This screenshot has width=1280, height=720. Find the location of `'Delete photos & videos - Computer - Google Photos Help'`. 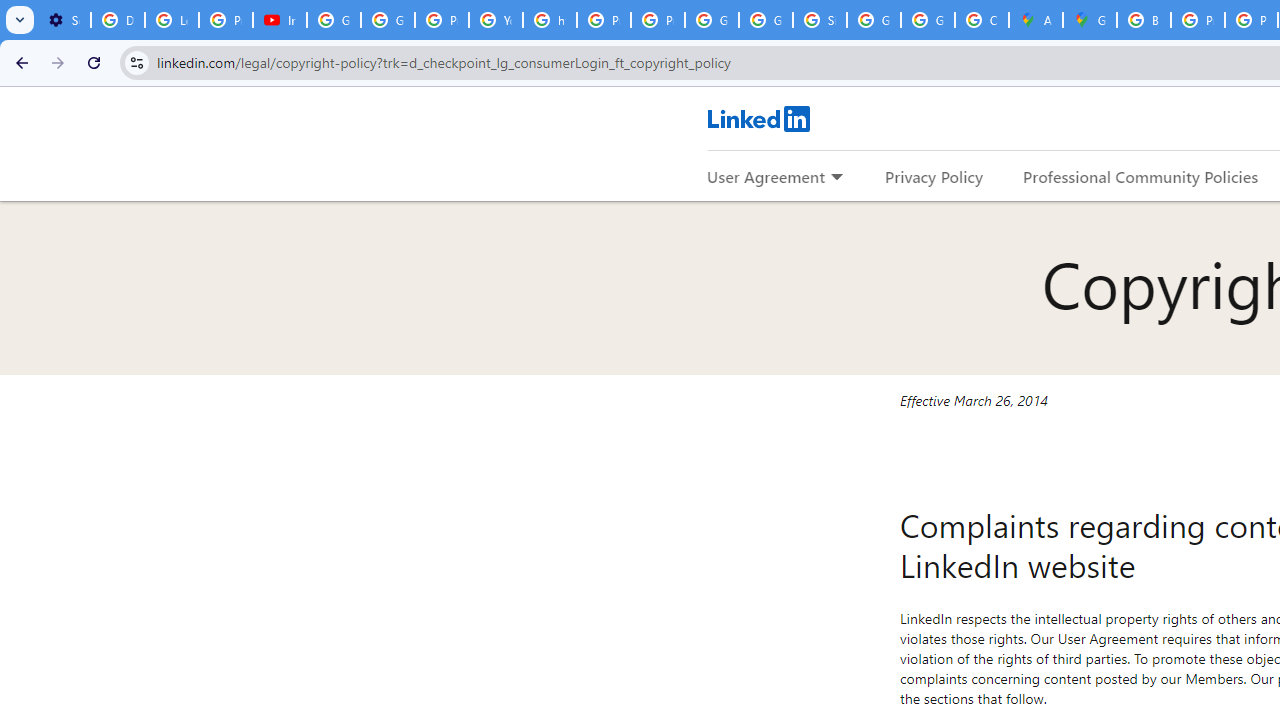

'Delete photos & videos - Computer - Google Photos Help' is located at coordinates (116, 20).